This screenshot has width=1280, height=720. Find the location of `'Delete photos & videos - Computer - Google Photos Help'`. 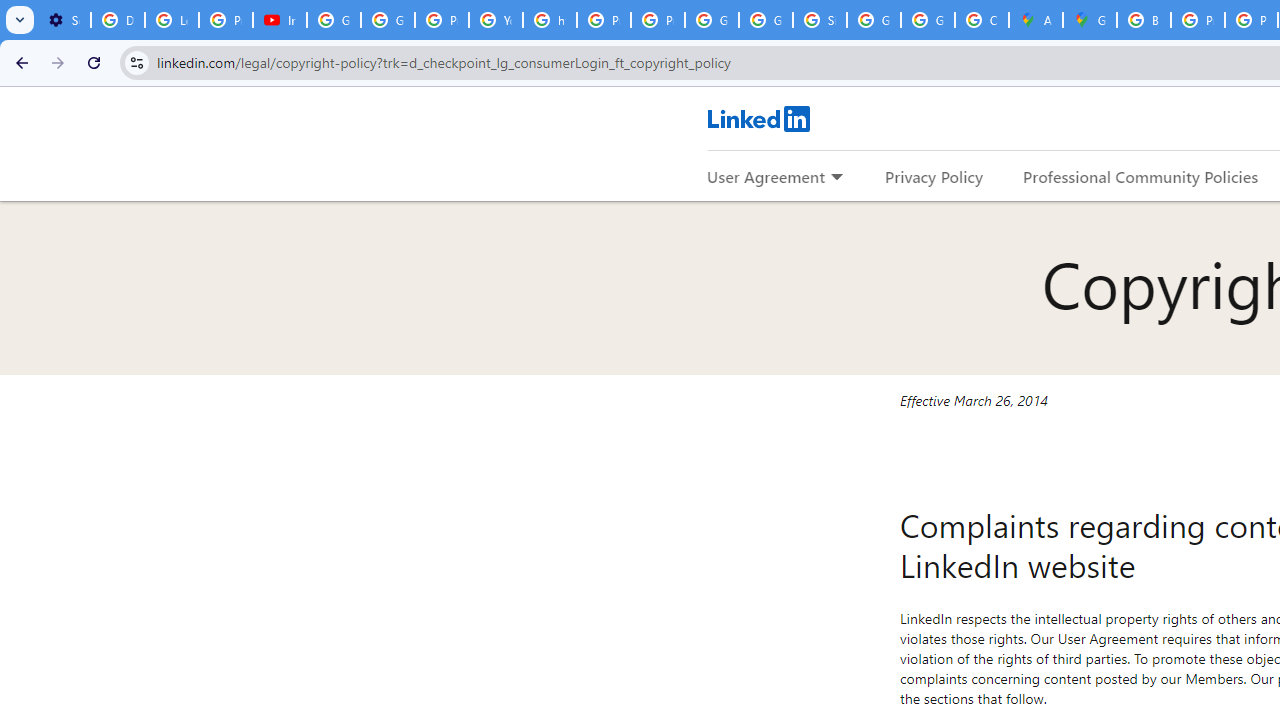

'Delete photos & videos - Computer - Google Photos Help' is located at coordinates (116, 20).